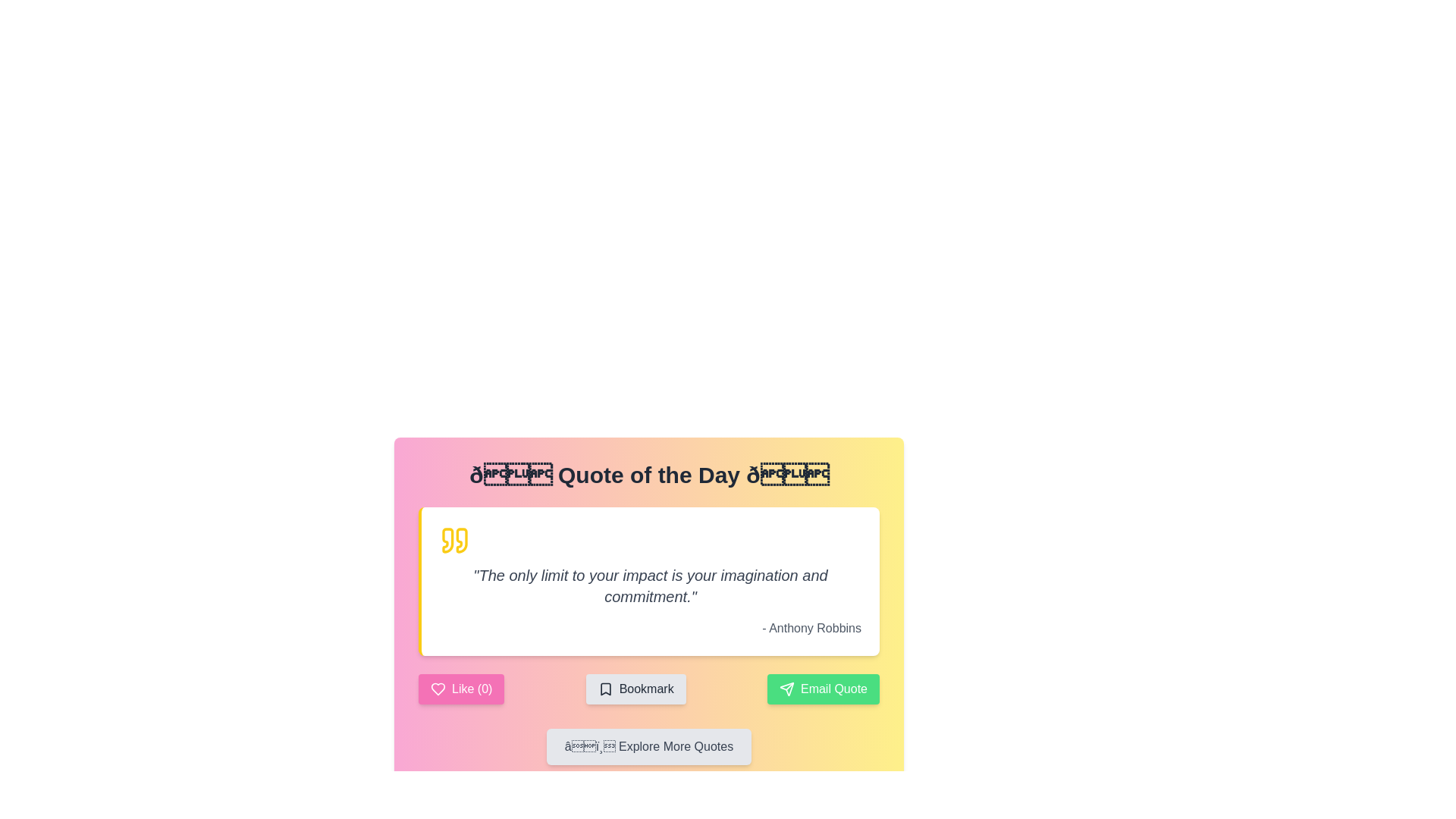 This screenshot has height=819, width=1456. Describe the element at coordinates (786, 689) in the screenshot. I see `the 'Email Quote' button by interacting with the triangular-shaped icon that has a white fill and green border, located at the bottom-right section of the interface` at that location.